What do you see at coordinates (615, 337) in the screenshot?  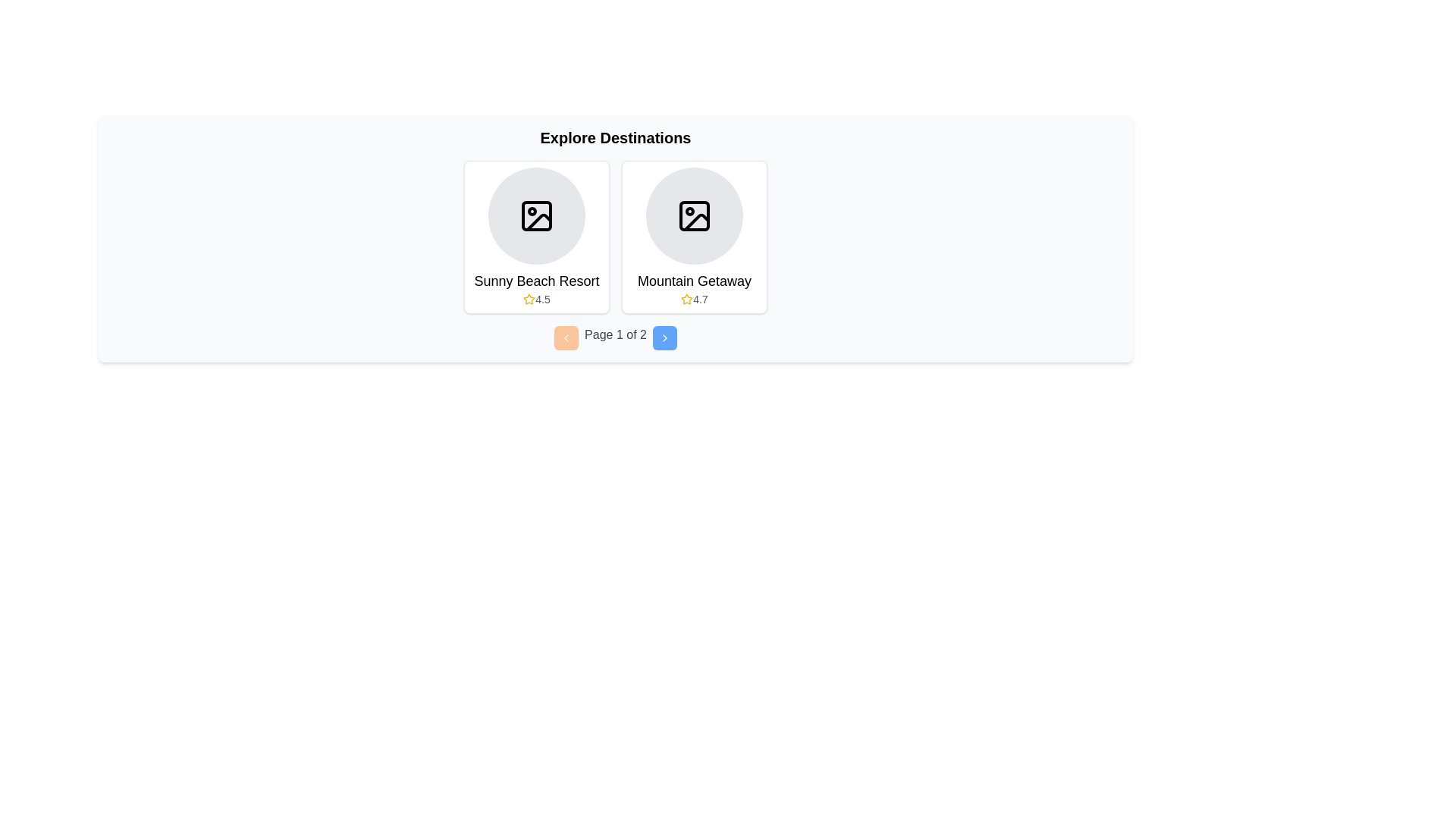 I see `the textual label displaying 'Page 1 of 2', styled in gray, located centrally within the pagination component` at bounding box center [615, 337].